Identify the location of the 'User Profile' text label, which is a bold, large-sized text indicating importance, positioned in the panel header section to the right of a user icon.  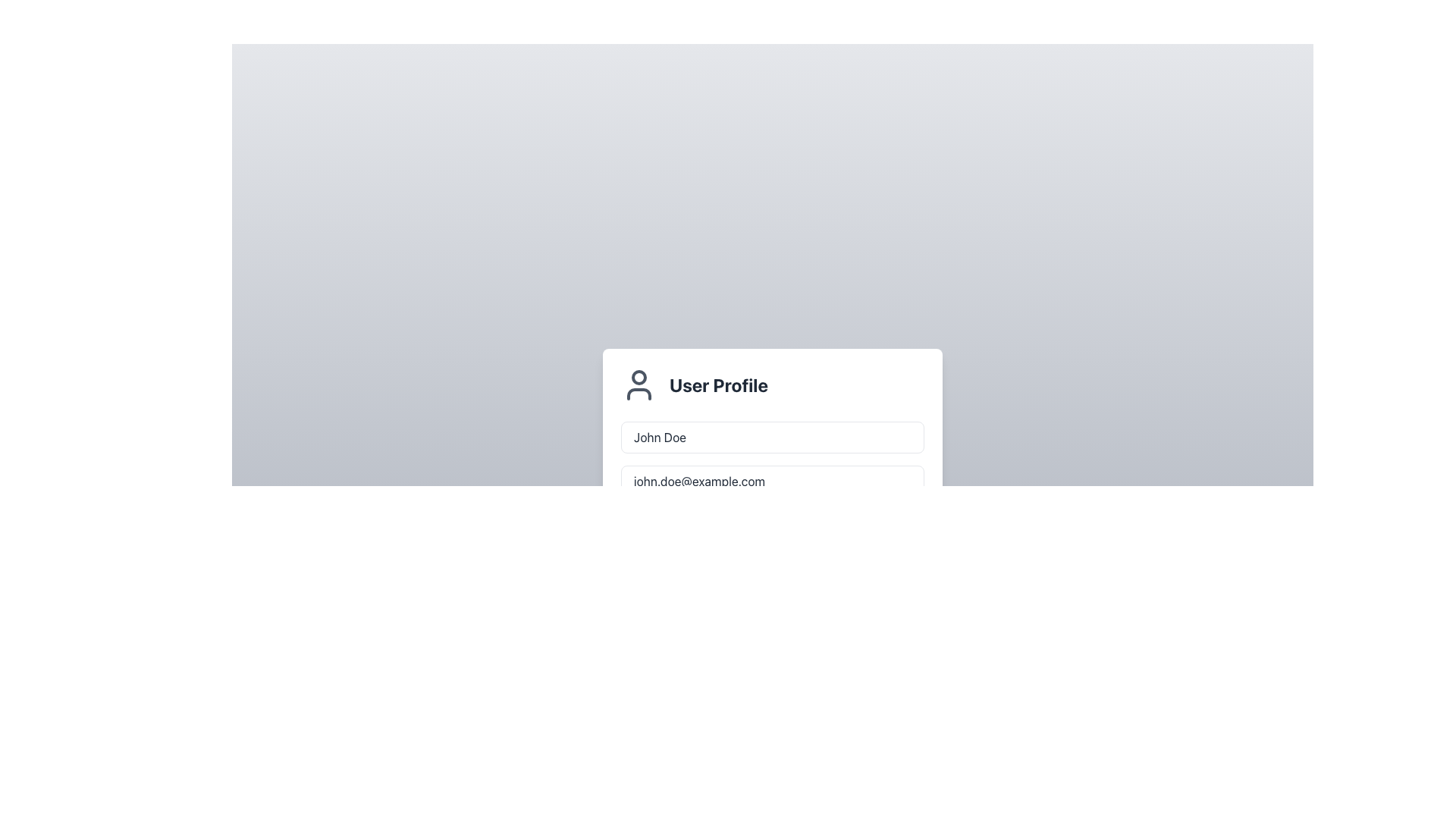
(718, 384).